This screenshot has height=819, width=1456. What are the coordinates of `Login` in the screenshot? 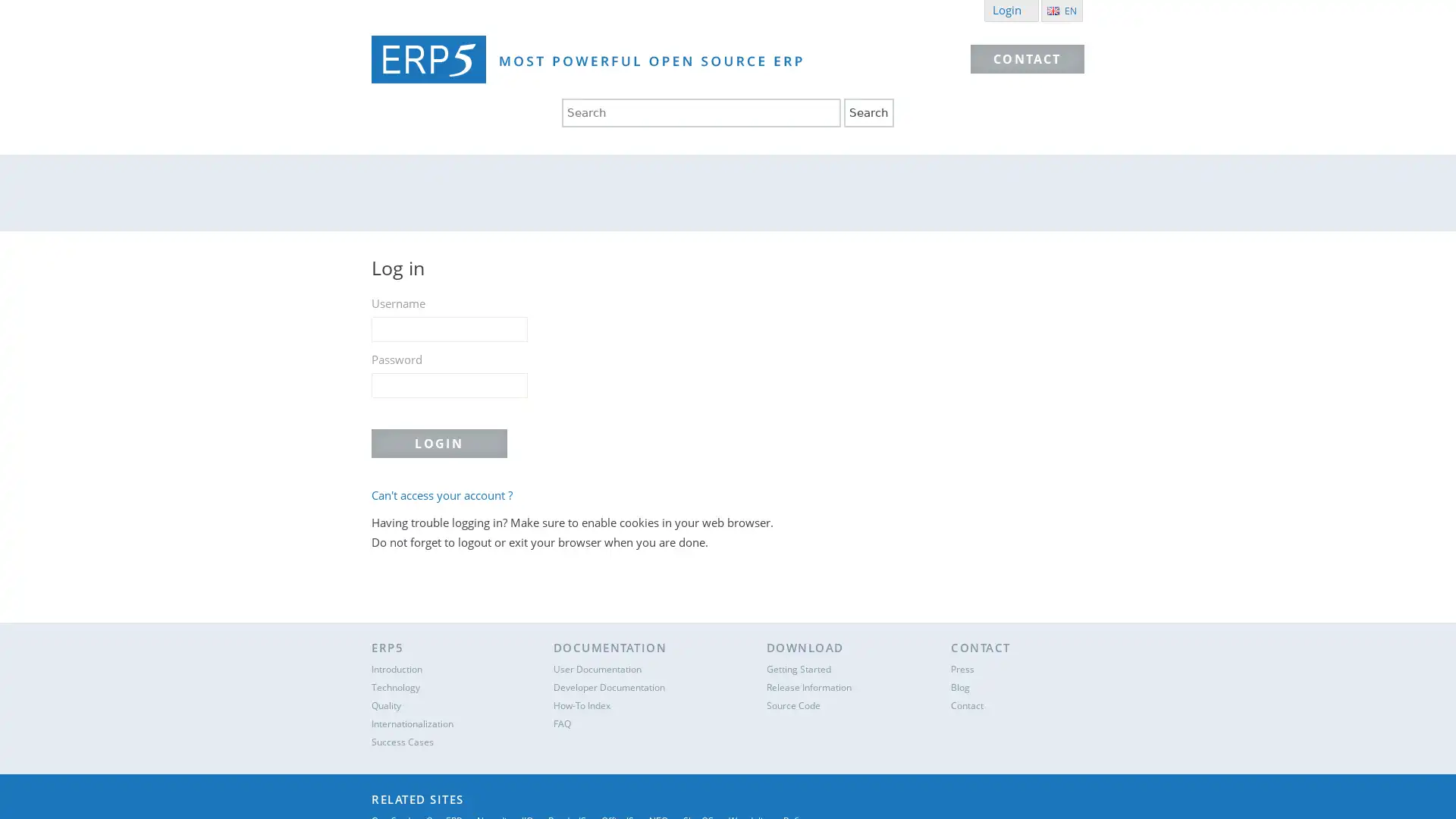 It's located at (438, 442).